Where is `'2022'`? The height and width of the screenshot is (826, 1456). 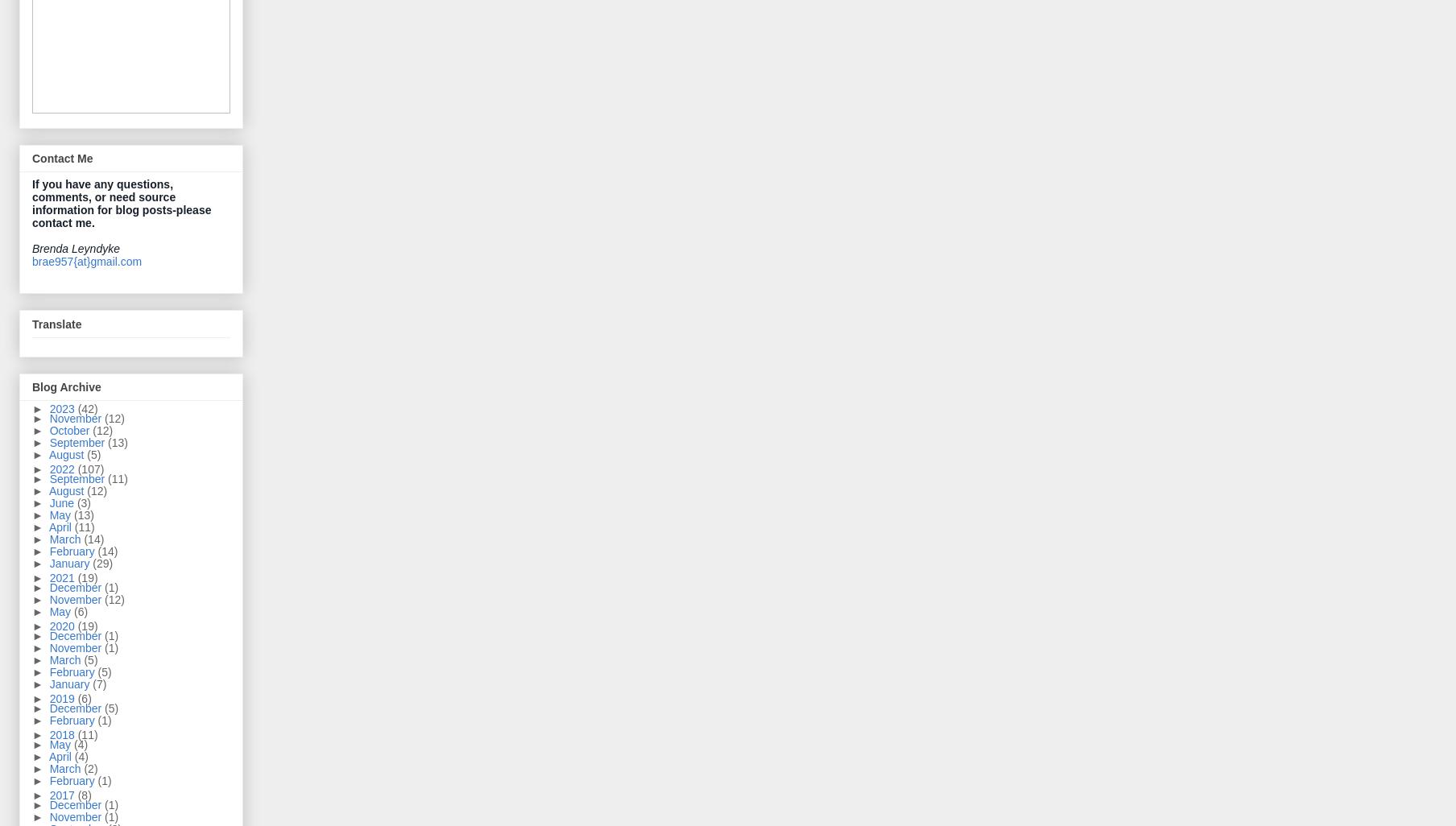
'2022' is located at coordinates (62, 468).